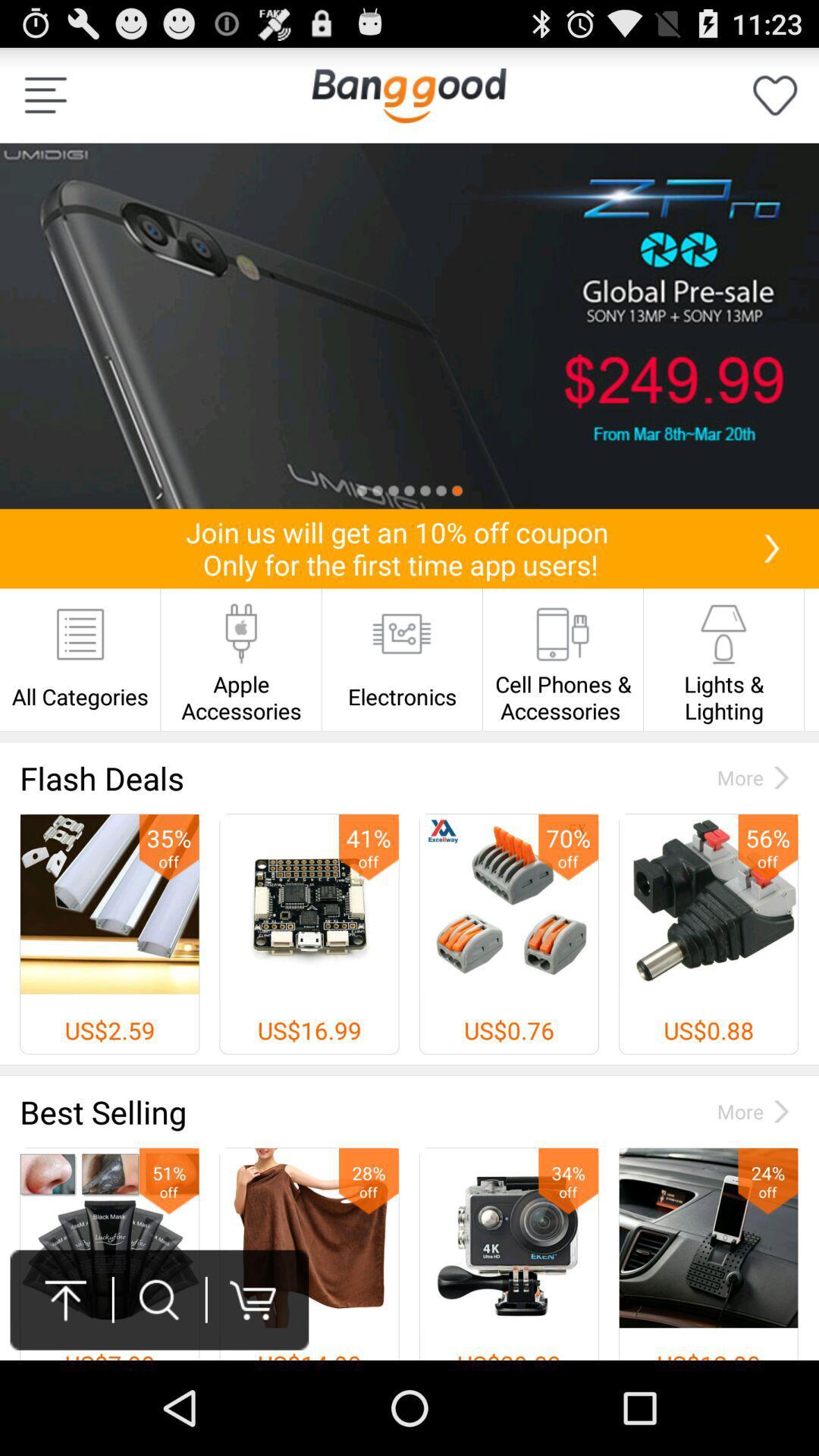  I want to click on return home, so click(408, 94).